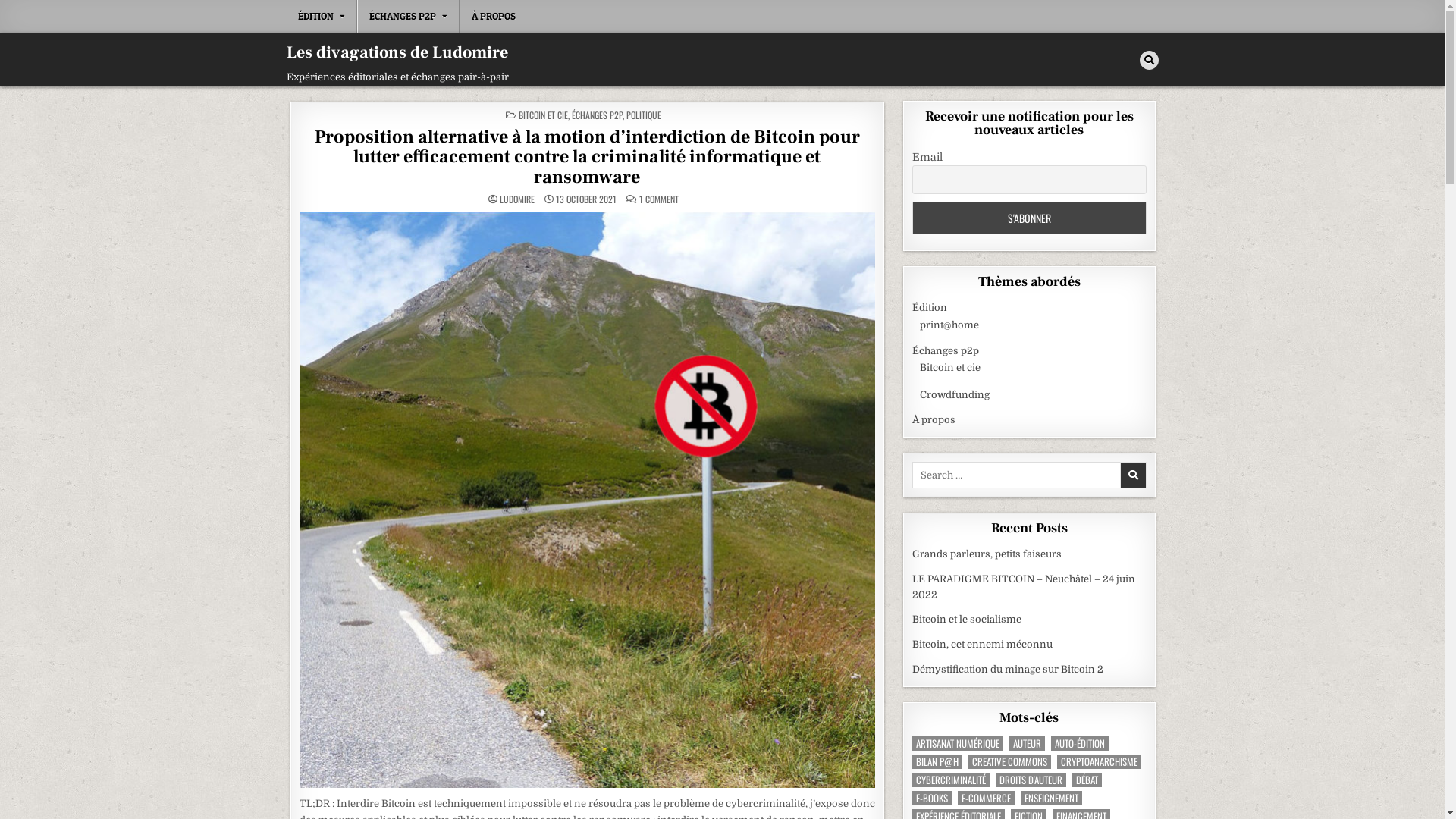 The image size is (1456, 819). I want to click on 'AUTEUR', so click(1027, 742).